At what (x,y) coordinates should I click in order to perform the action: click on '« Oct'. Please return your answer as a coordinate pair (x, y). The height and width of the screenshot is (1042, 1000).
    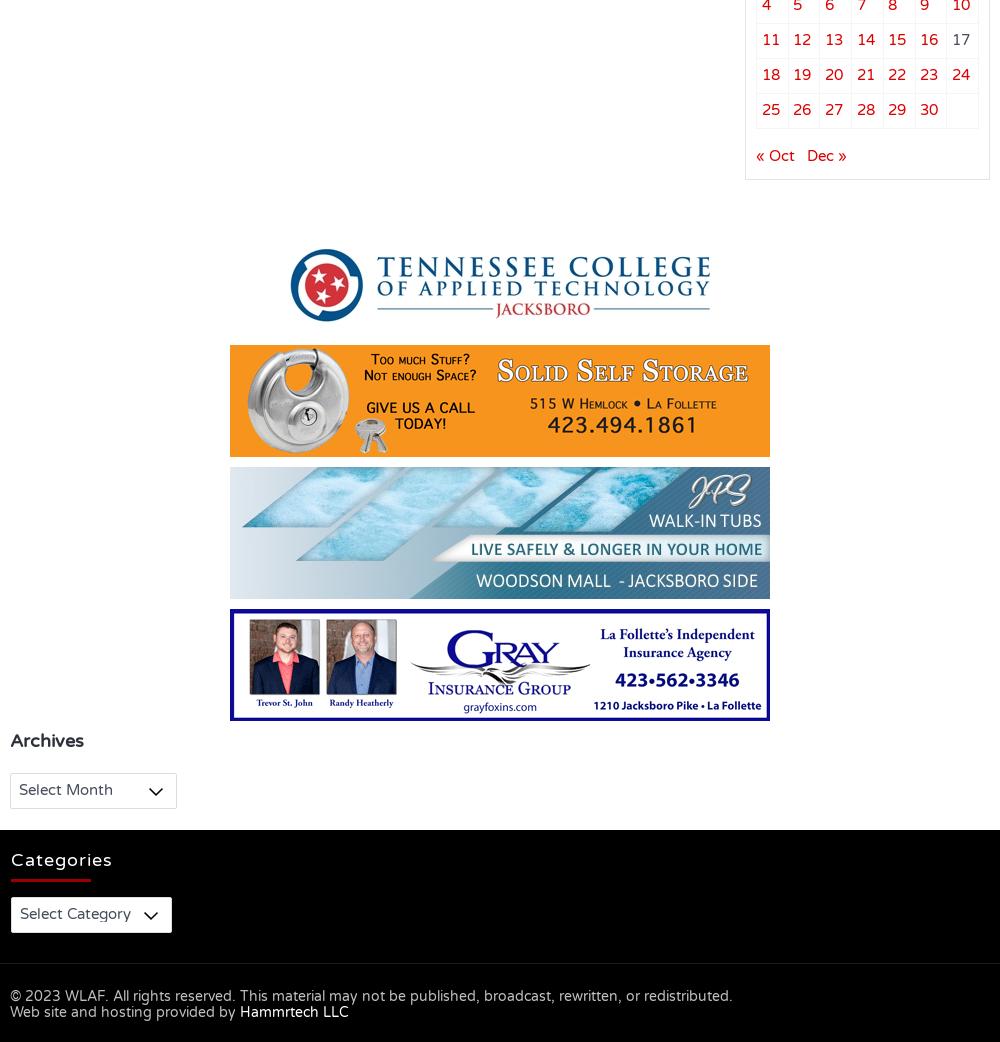
    Looking at the image, I should click on (775, 155).